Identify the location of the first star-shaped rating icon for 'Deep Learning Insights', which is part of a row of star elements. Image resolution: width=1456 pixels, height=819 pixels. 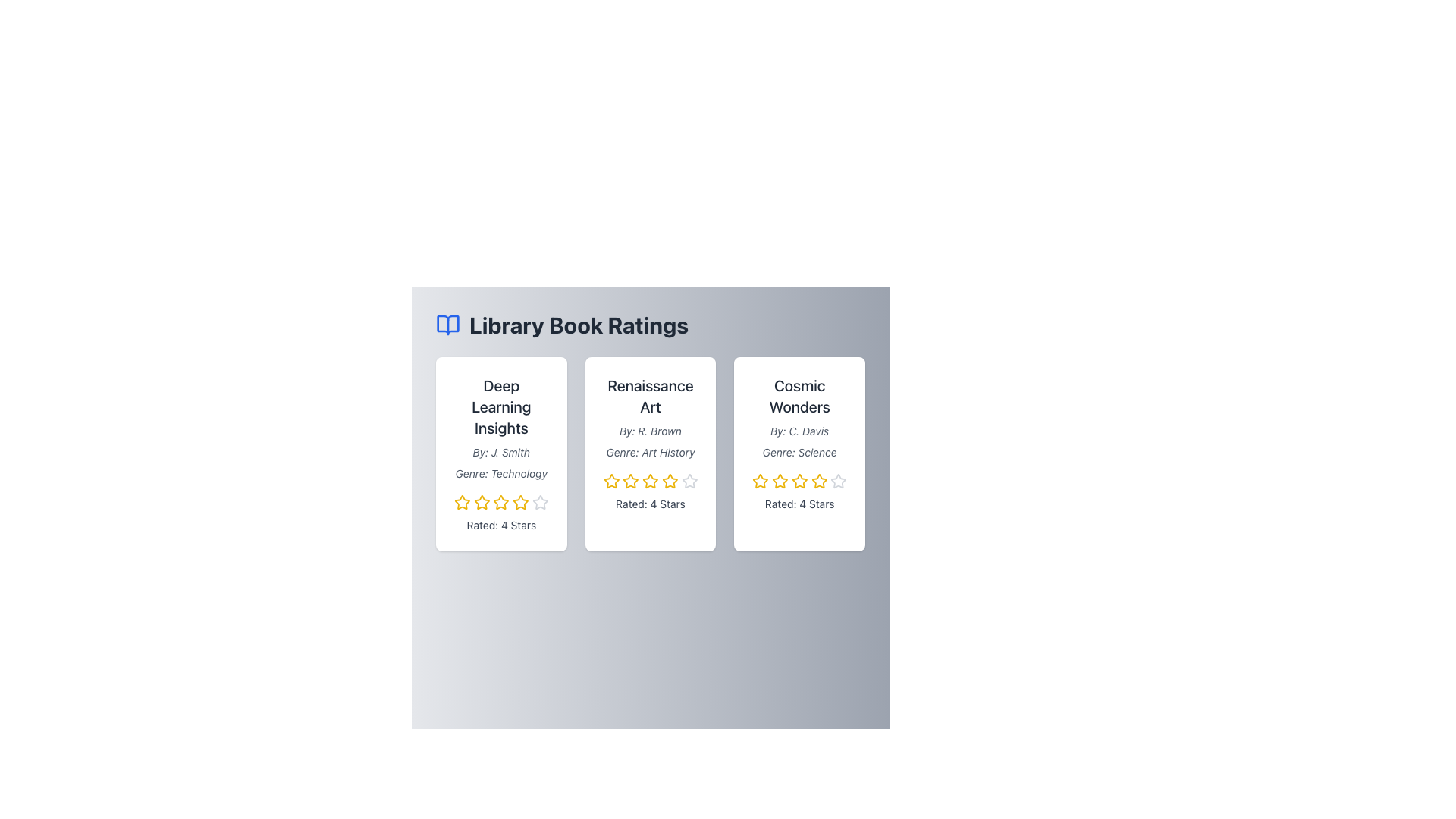
(461, 503).